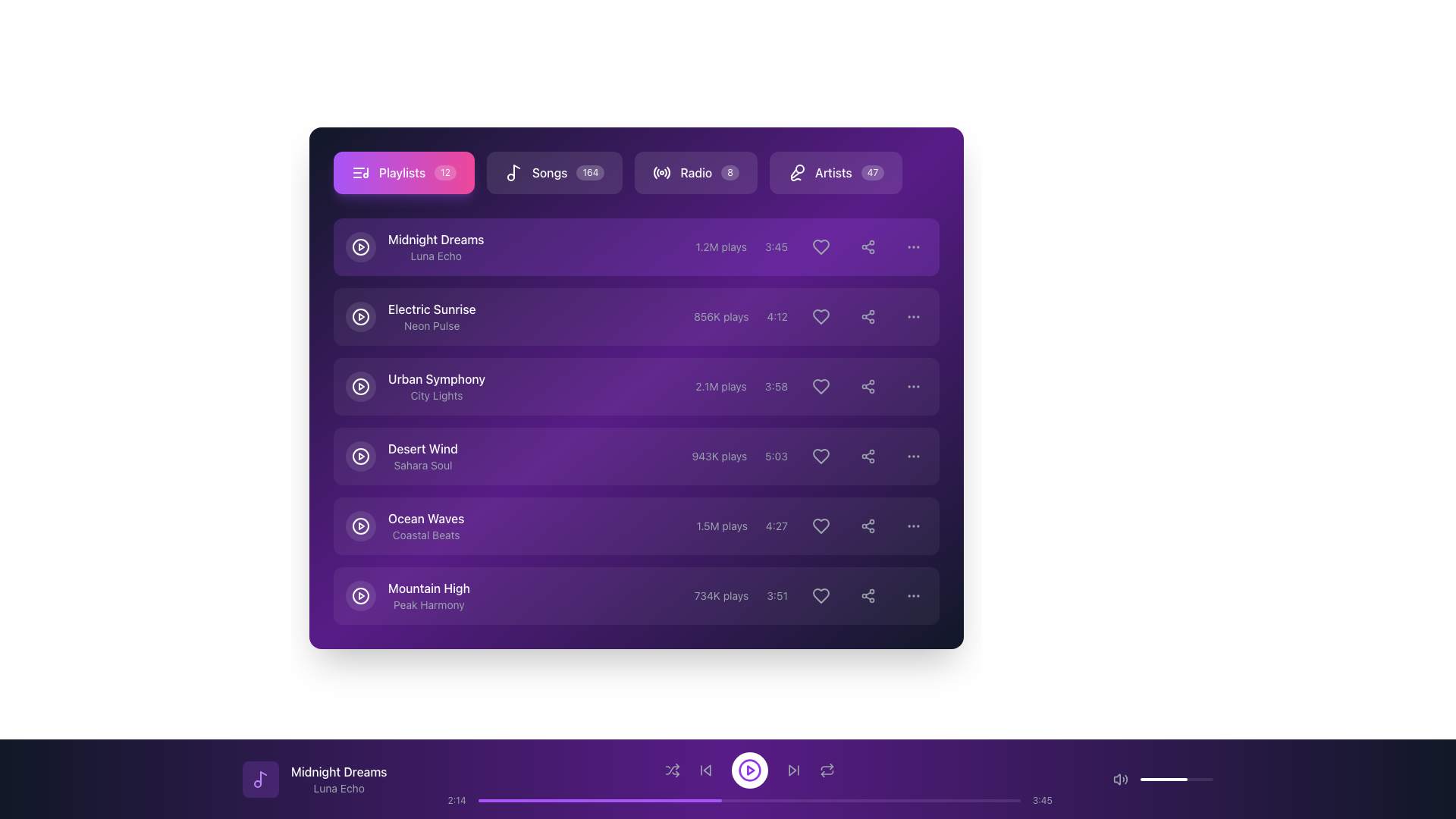 The height and width of the screenshot is (819, 1456). Describe the element at coordinates (794, 172) in the screenshot. I see `the Artists button, which includes the vector graphic icon` at that location.